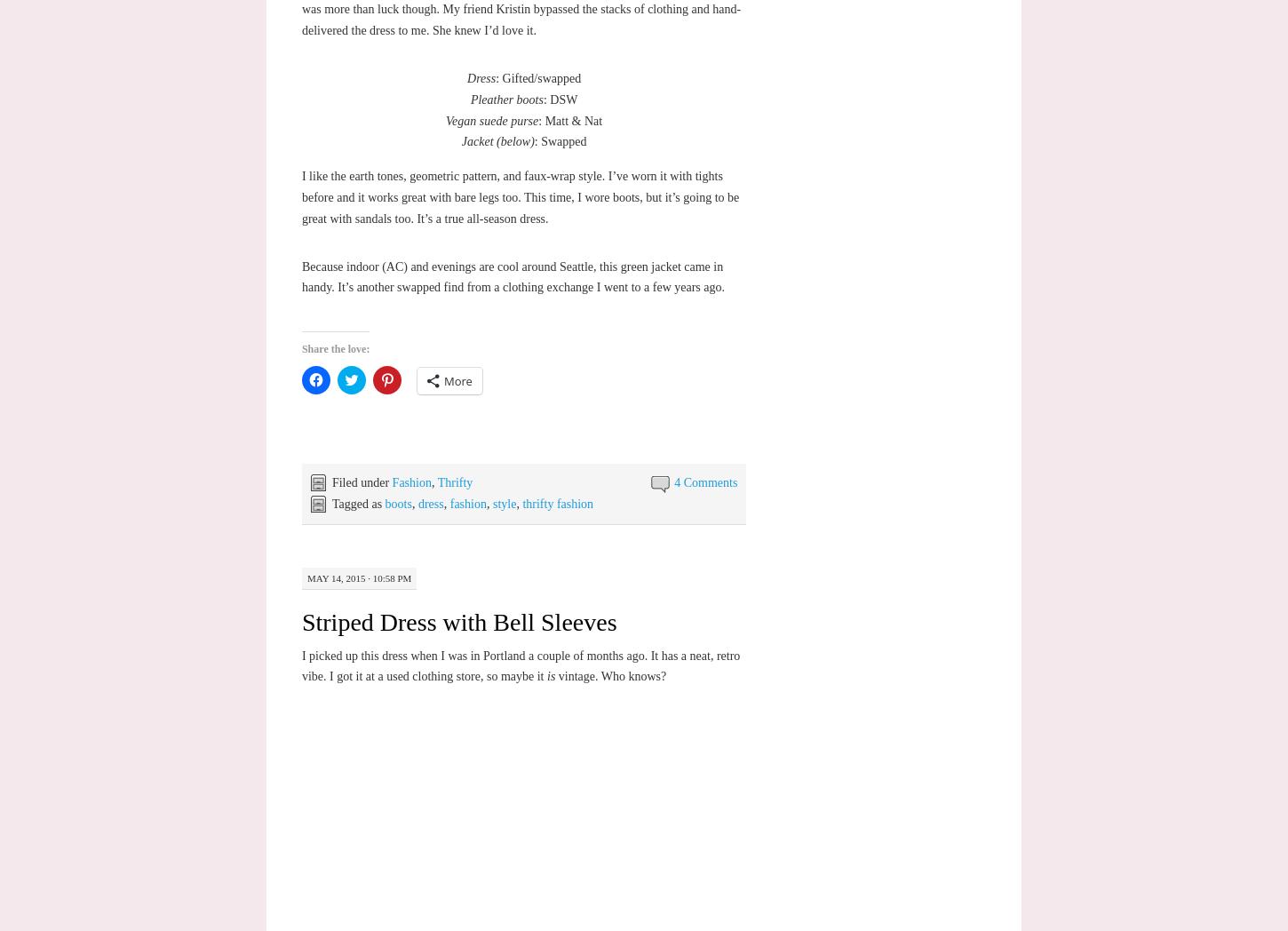 This screenshot has width=1288, height=931. I want to click on 'May 14, 2015 · 10:58 pm', so click(357, 576).